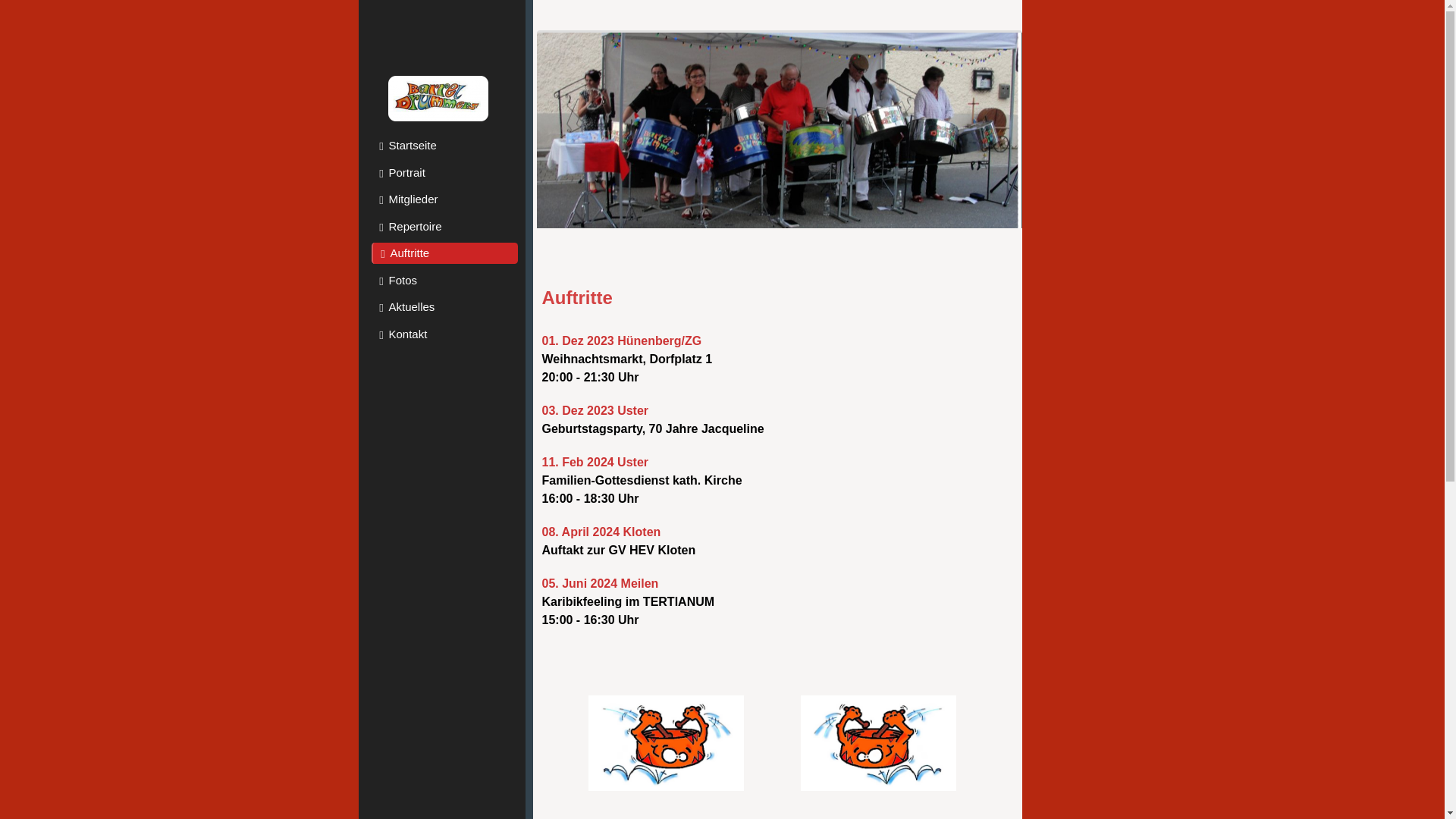 The image size is (1456, 819). What do you see at coordinates (444, 198) in the screenshot?
I see `'Mitglieder'` at bounding box center [444, 198].